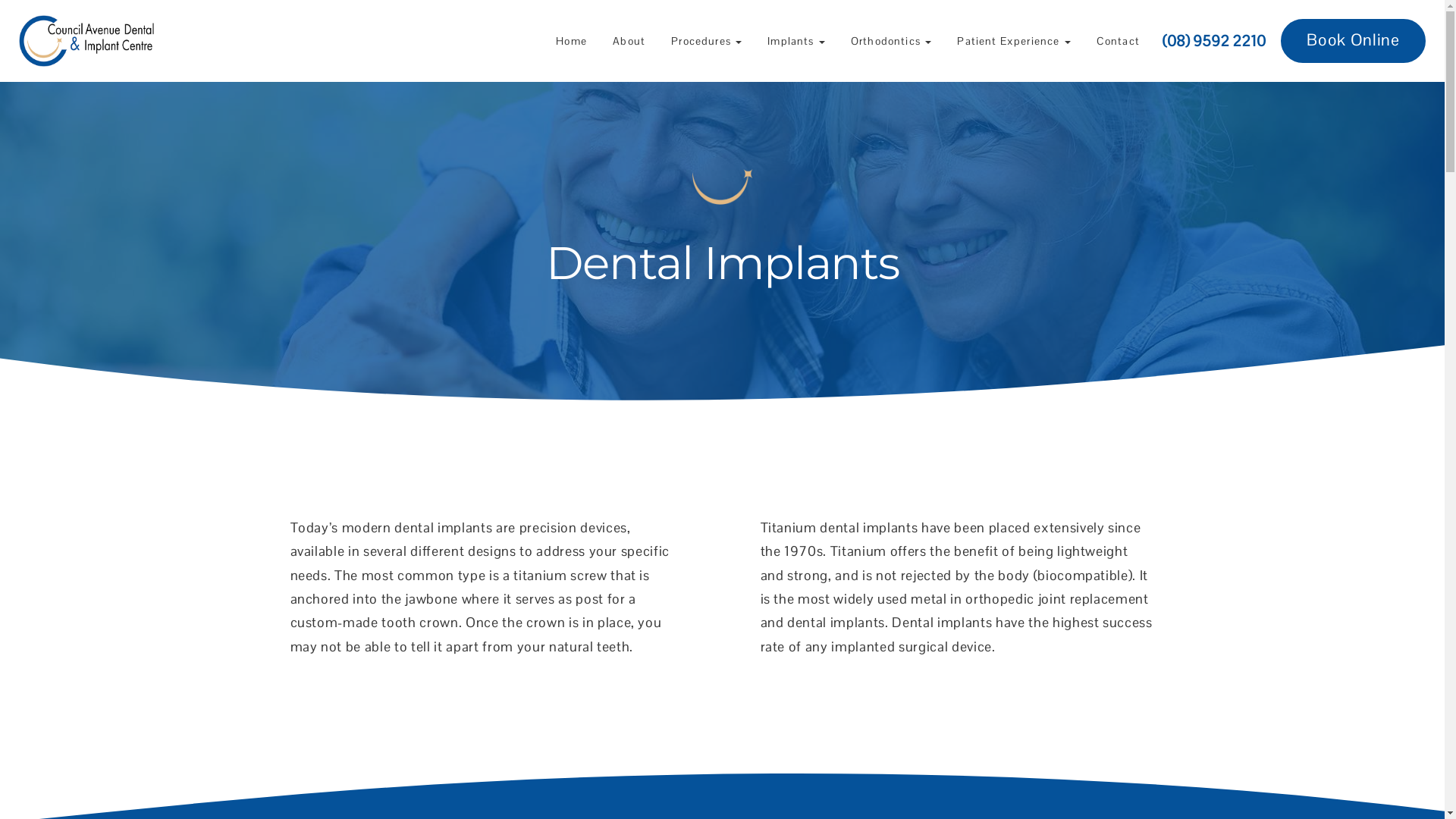 Image resolution: width=1456 pixels, height=819 pixels. I want to click on 'About', so click(629, 40).